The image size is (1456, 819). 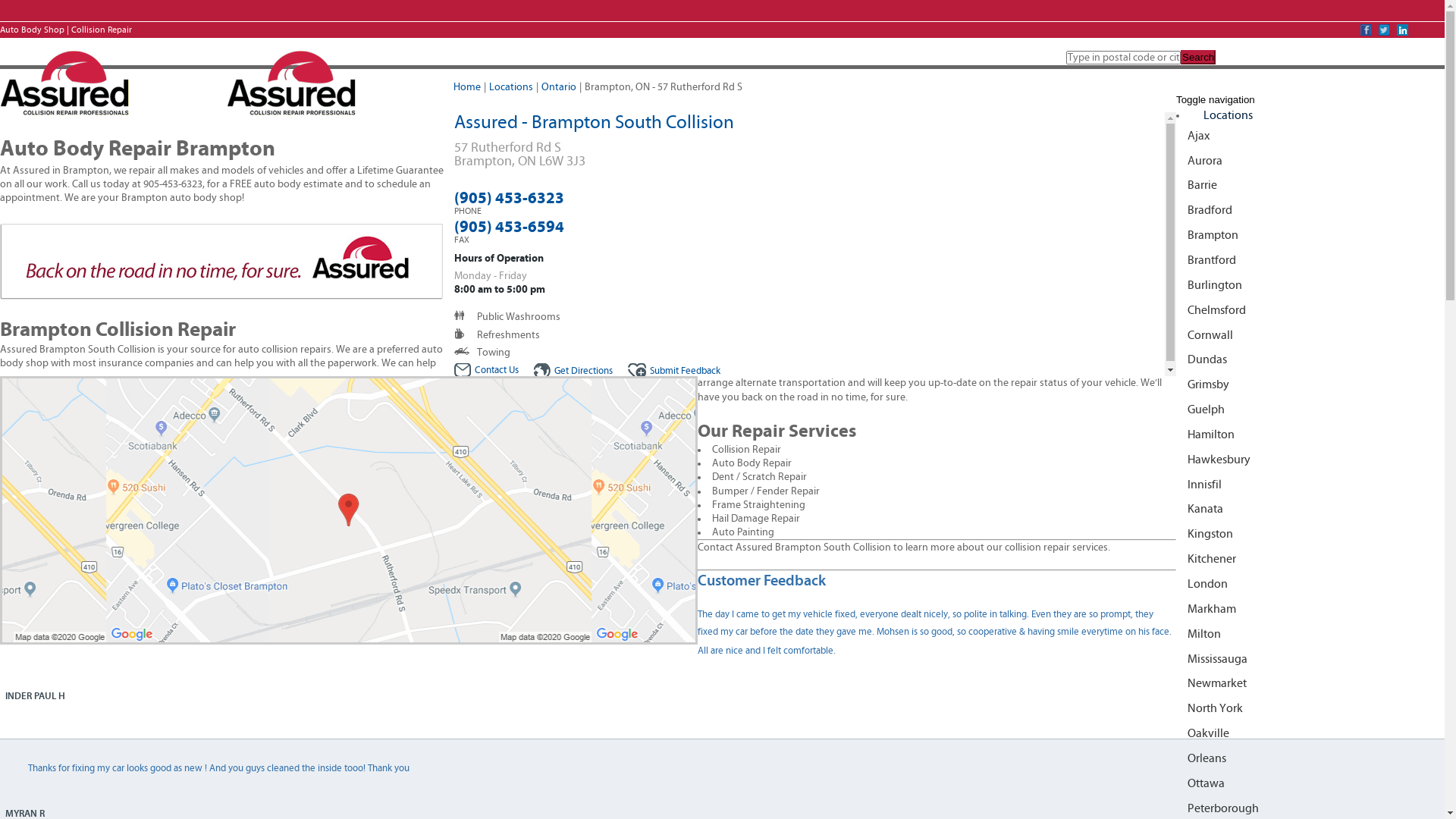 I want to click on 'Barrie', so click(x=1175, y=184).